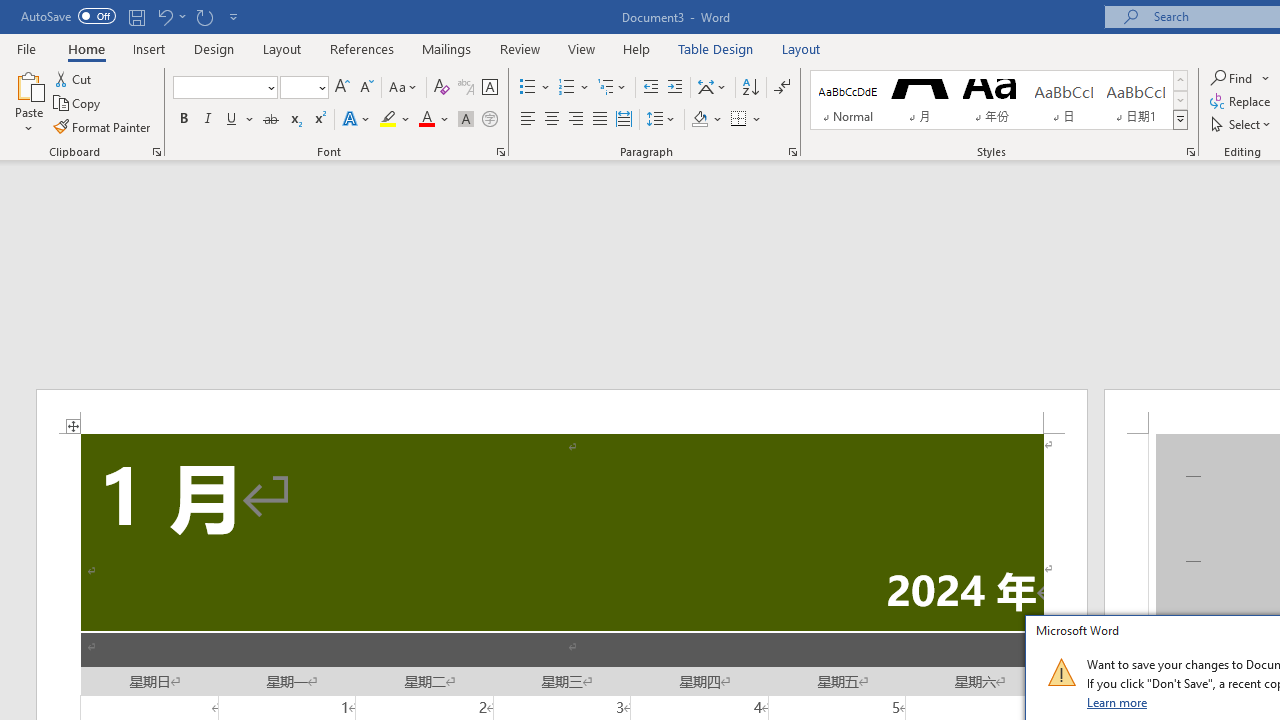  What do you see at coordinates (28, 103) in the screenshot?
I see `'Paste'` at bounding box center [28, 103].